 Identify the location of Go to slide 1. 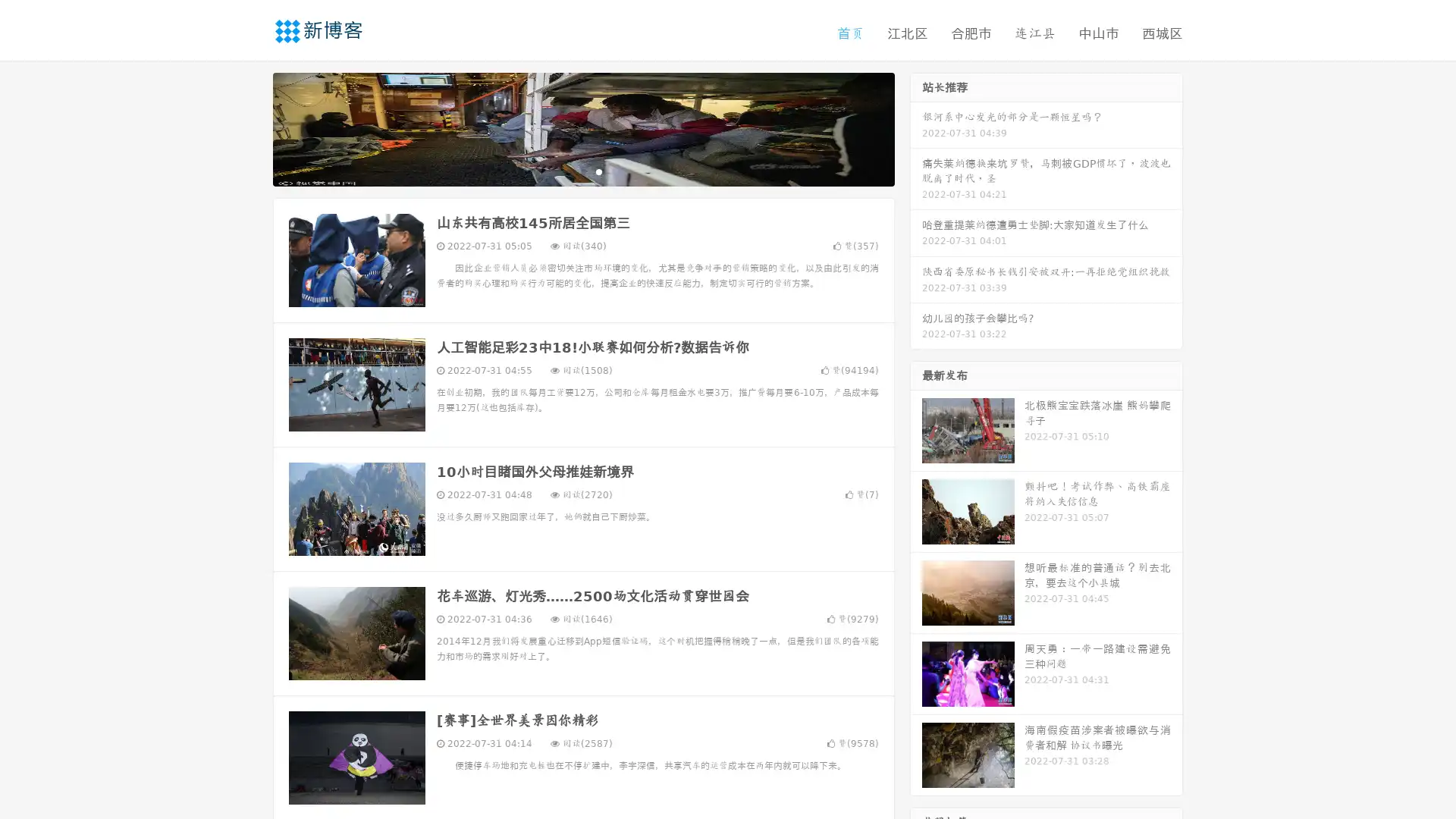
(567, 171).